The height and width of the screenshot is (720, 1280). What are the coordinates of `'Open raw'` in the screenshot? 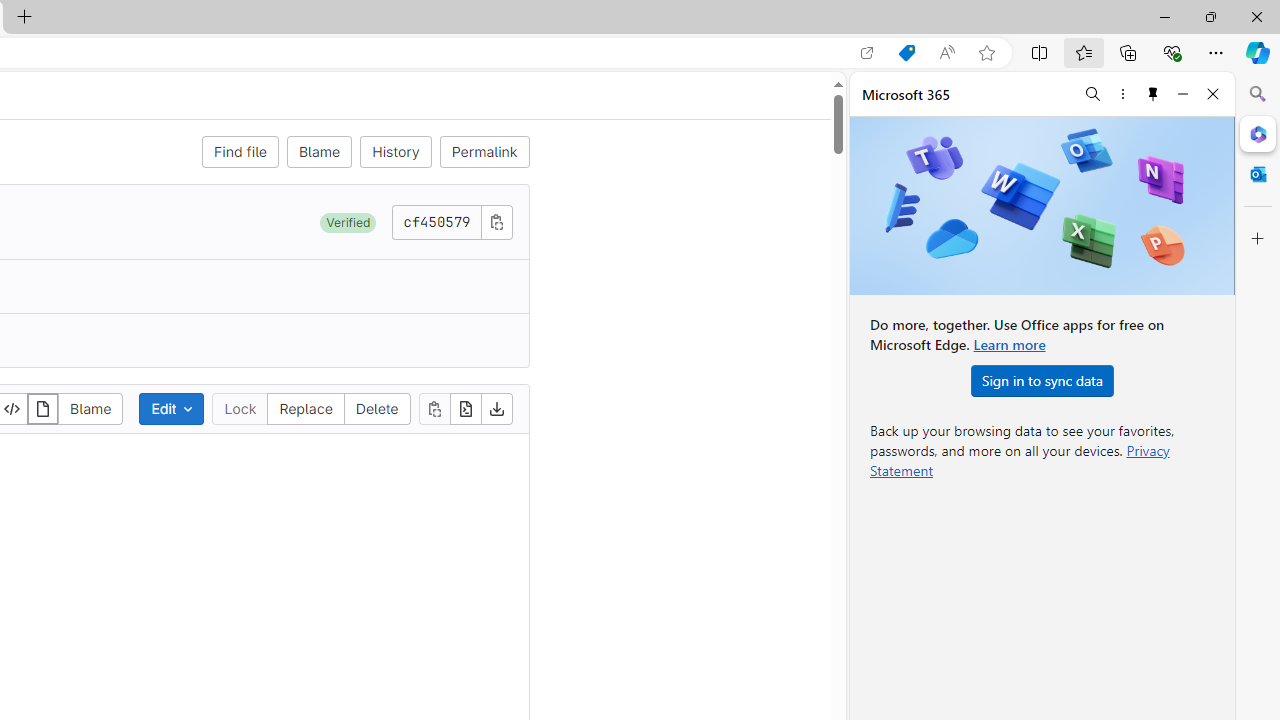 It's located at (464, 407).